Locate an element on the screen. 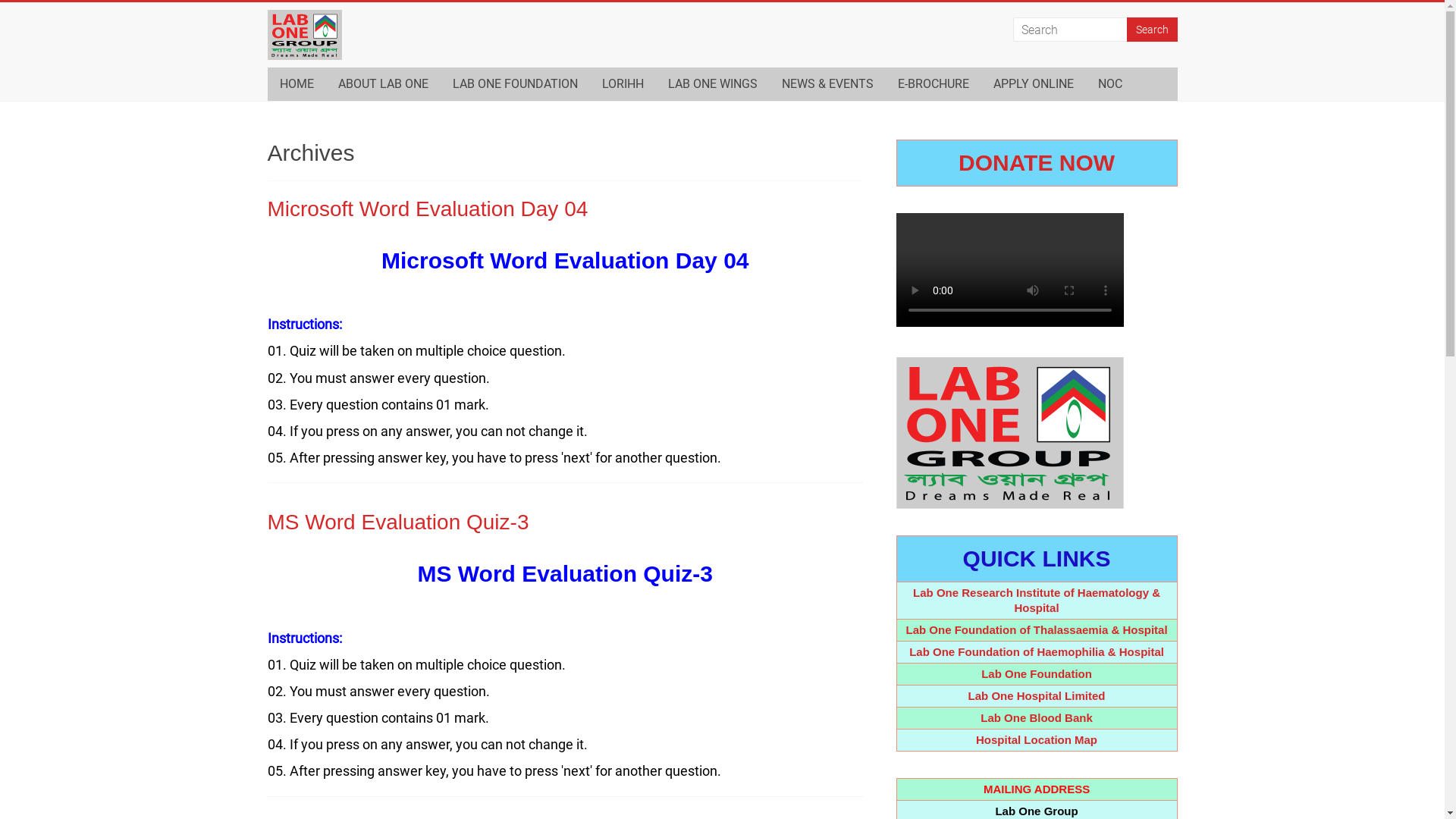 Image resolution: width=1456 pixels, height=819 pixels. 'LAB ONE FOUNDATION' is located at coordinates (514, 84).